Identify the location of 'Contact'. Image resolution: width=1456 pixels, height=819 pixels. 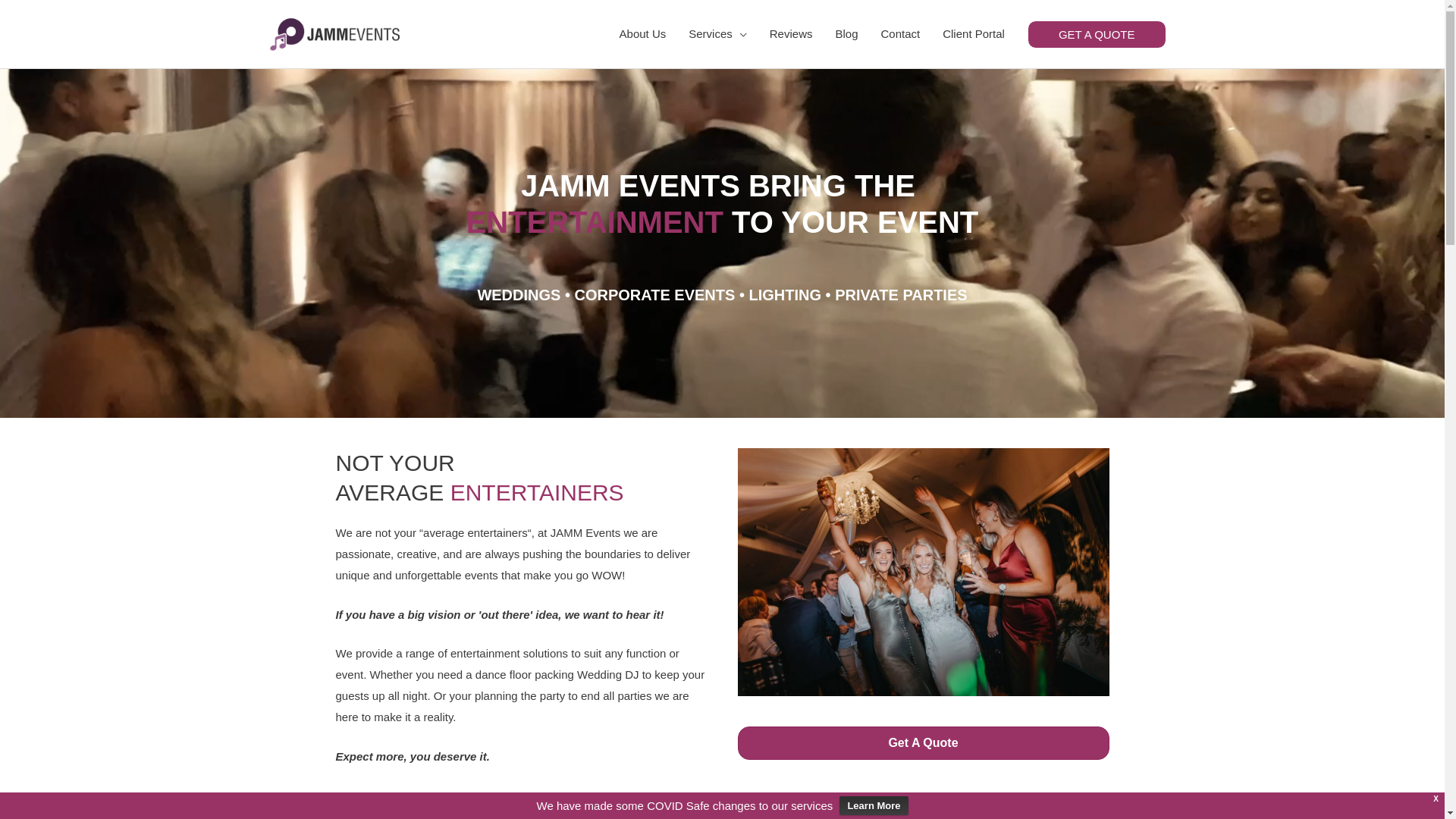
(899, 34).